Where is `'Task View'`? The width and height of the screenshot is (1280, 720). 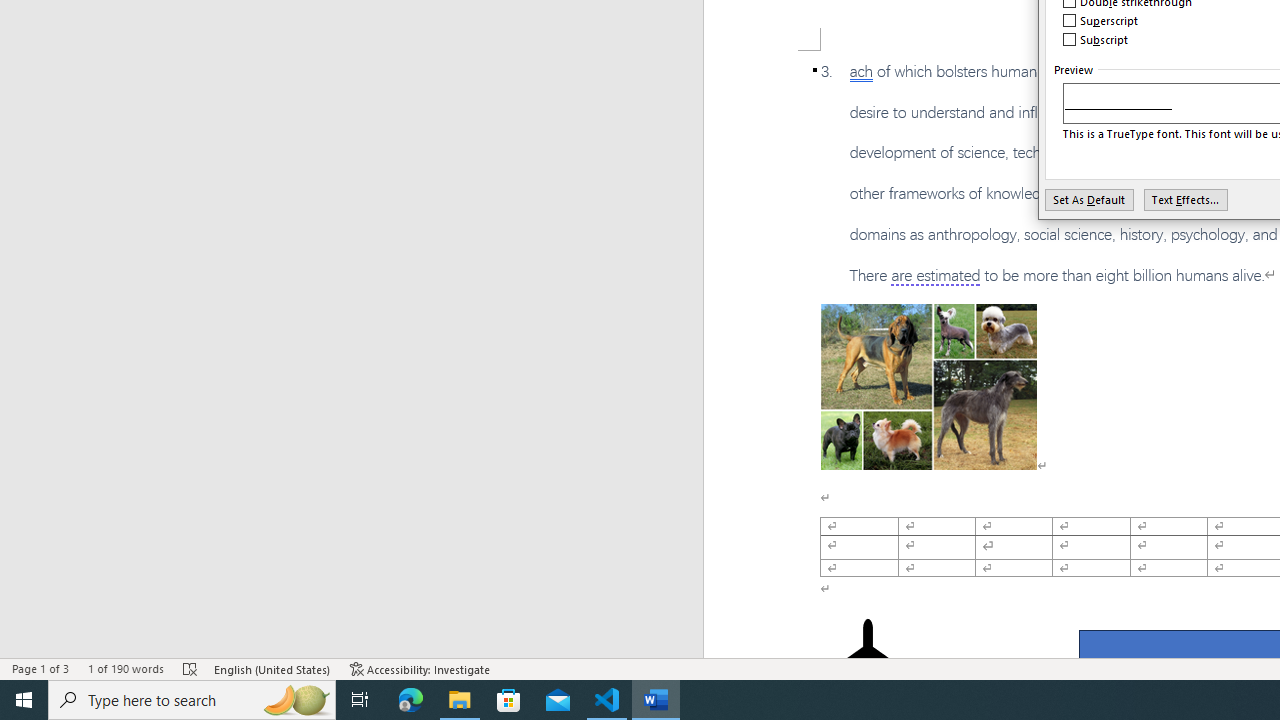
'Task View' is located at coordinates (359, 698).